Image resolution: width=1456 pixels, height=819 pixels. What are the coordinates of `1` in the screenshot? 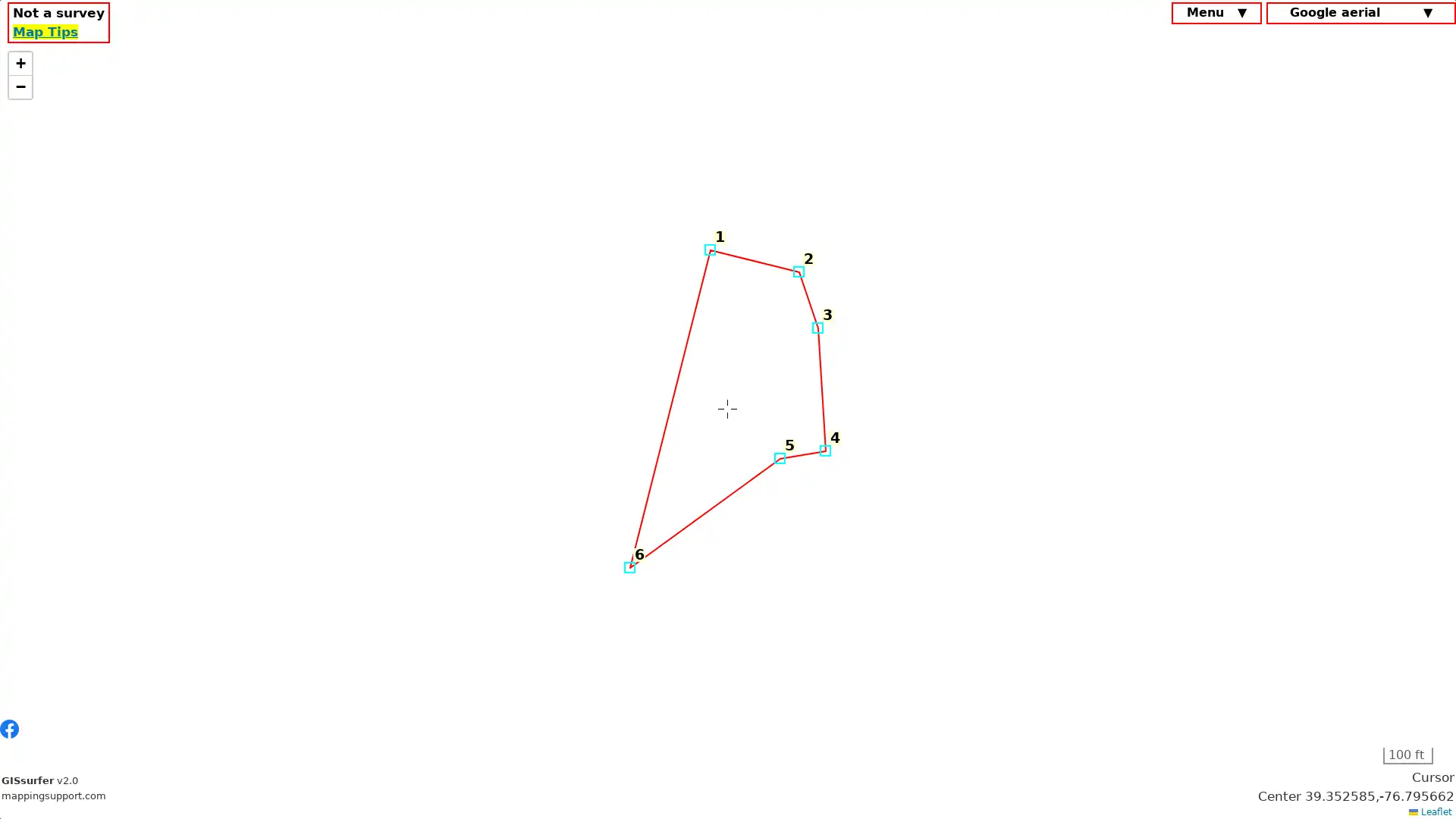 It's located at (719, 237).